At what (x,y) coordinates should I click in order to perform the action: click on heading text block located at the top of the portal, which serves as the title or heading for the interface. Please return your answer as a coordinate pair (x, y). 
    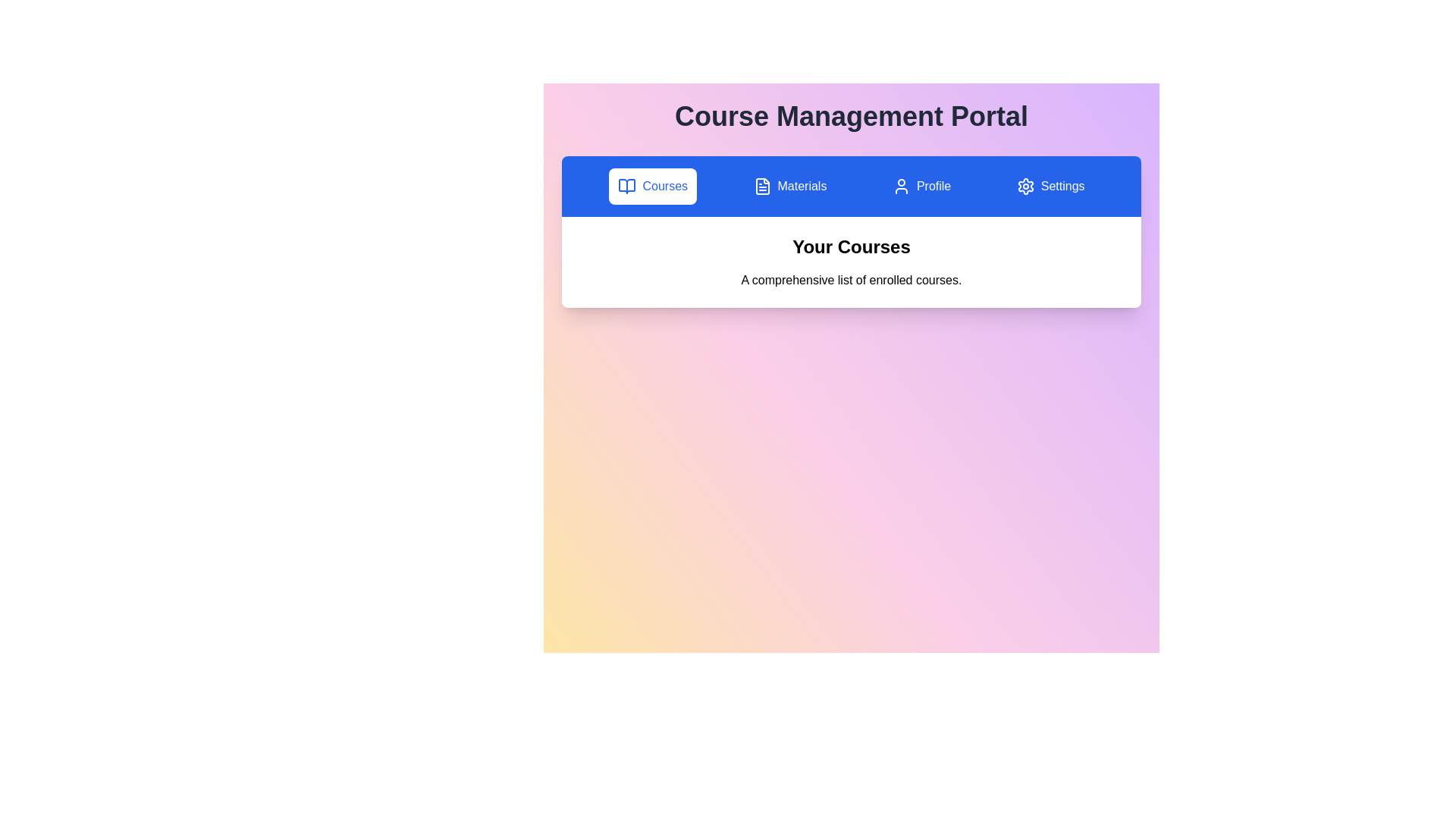
    Looking at the image, I should click on (852, 116).